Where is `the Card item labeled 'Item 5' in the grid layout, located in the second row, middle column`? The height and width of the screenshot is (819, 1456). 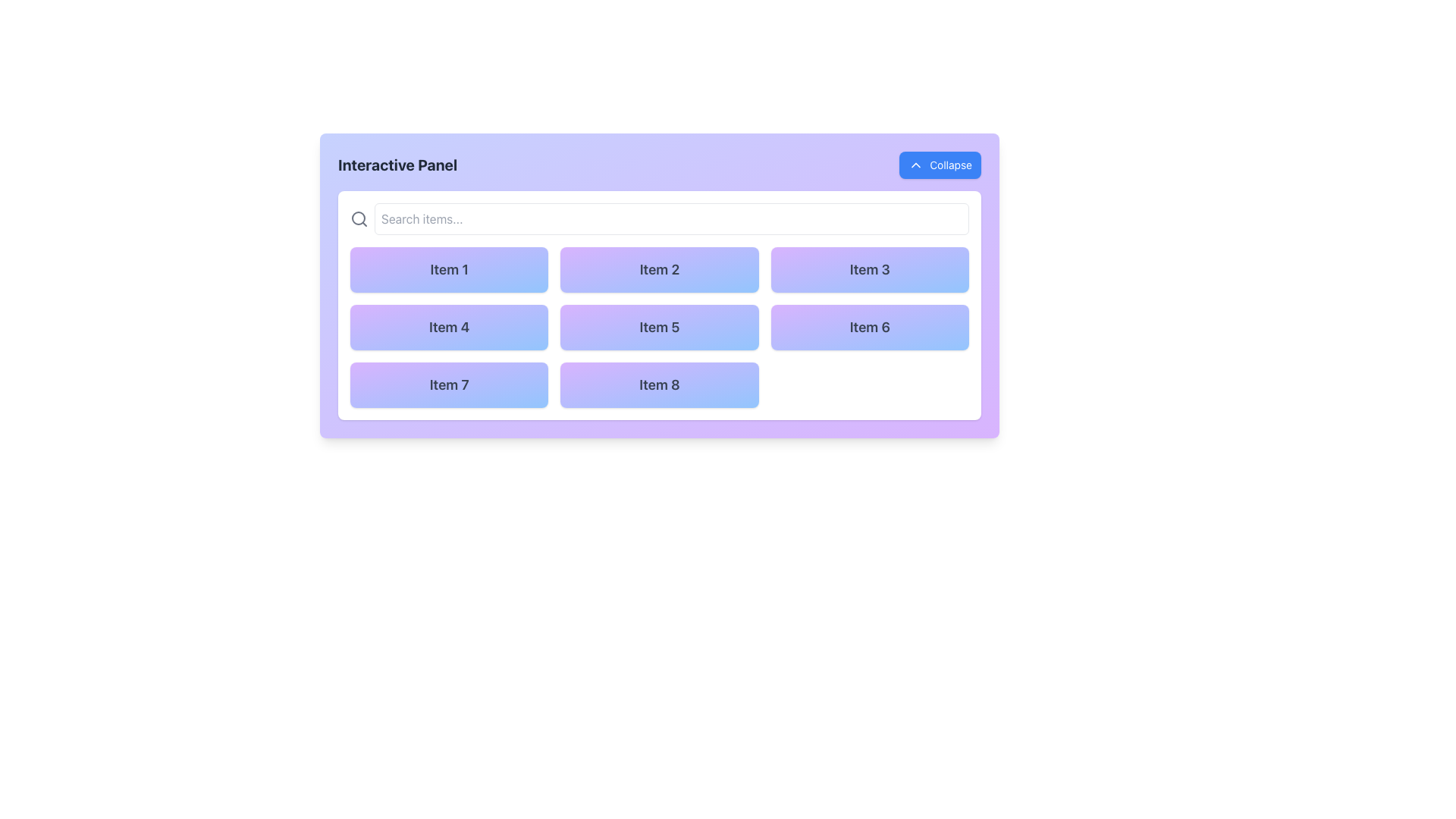
the Card item labeled 'Item 5' in the grid layout, located in the second row, middle column is located at coordinates (659, 327).